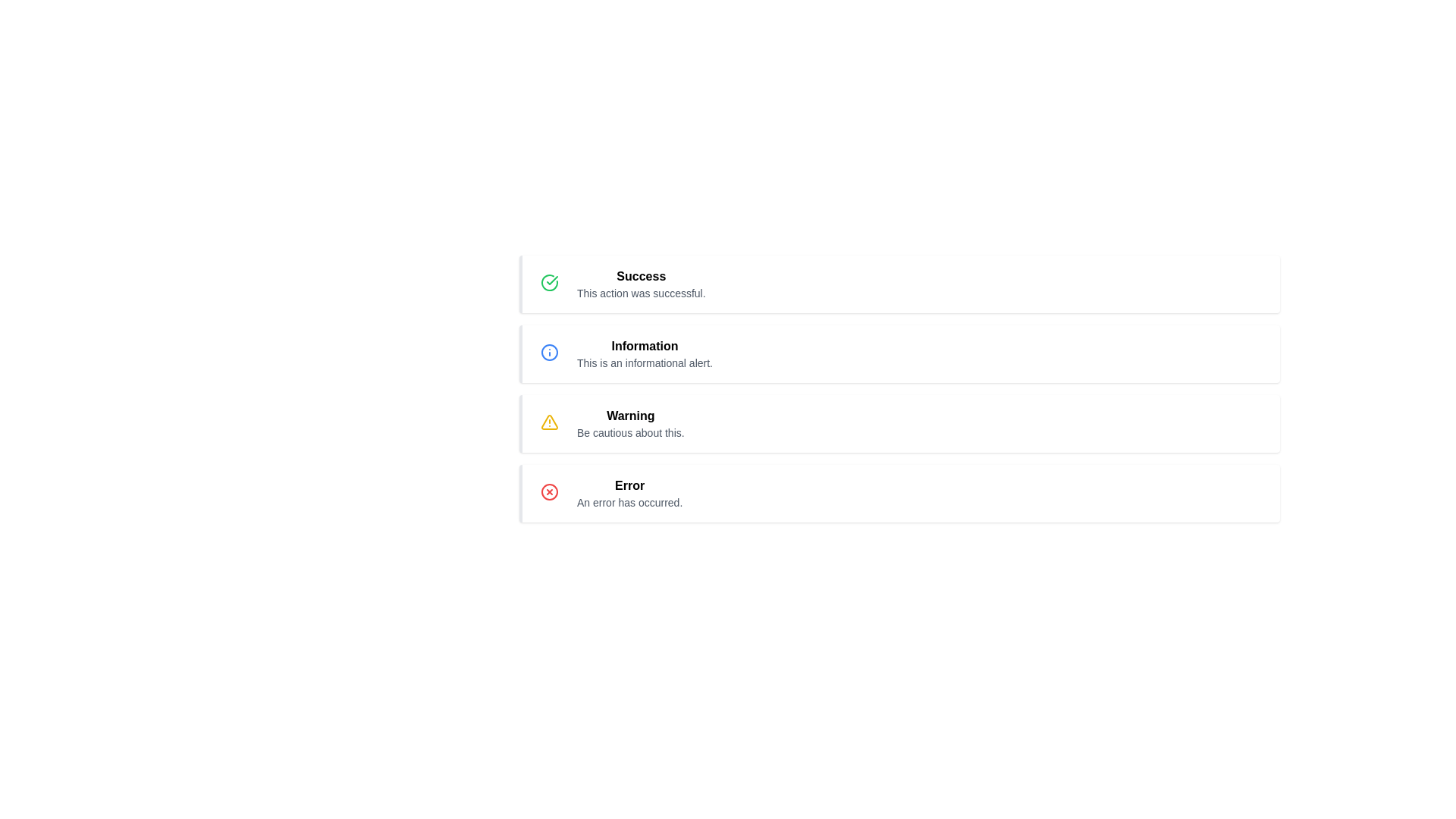 This screenshot has height=819, width=1456. Describe the element at coordinates (548, 353) in the screenshot. I see `the blue information icon with a white interior and 'i' symbol, located in the second row of the alert list` at that location.